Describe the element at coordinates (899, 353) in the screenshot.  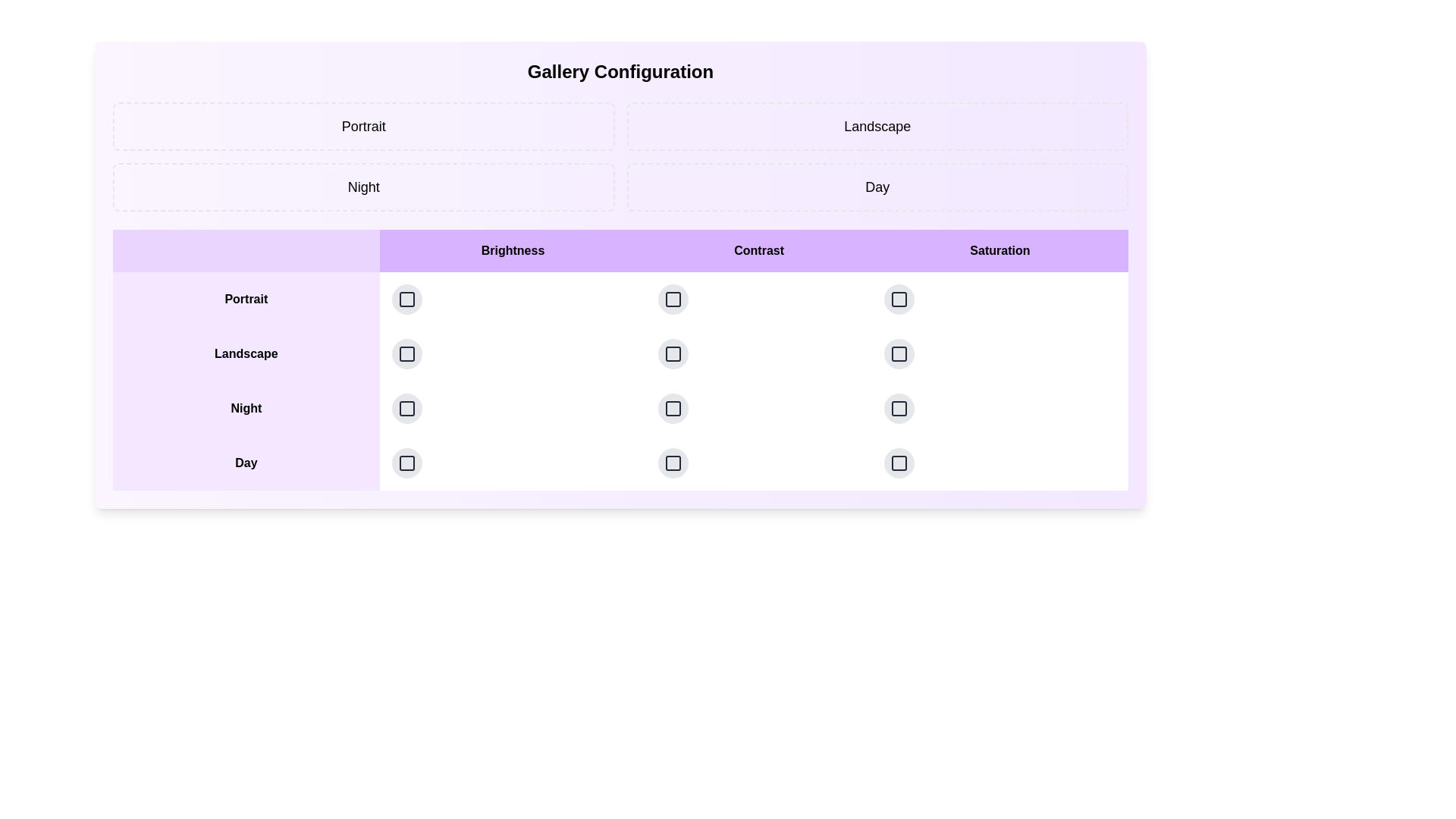
I see `the checkbox located in the third row and last column of the grid, which corresponds to 'Night' and 'Saturation'` at that location.